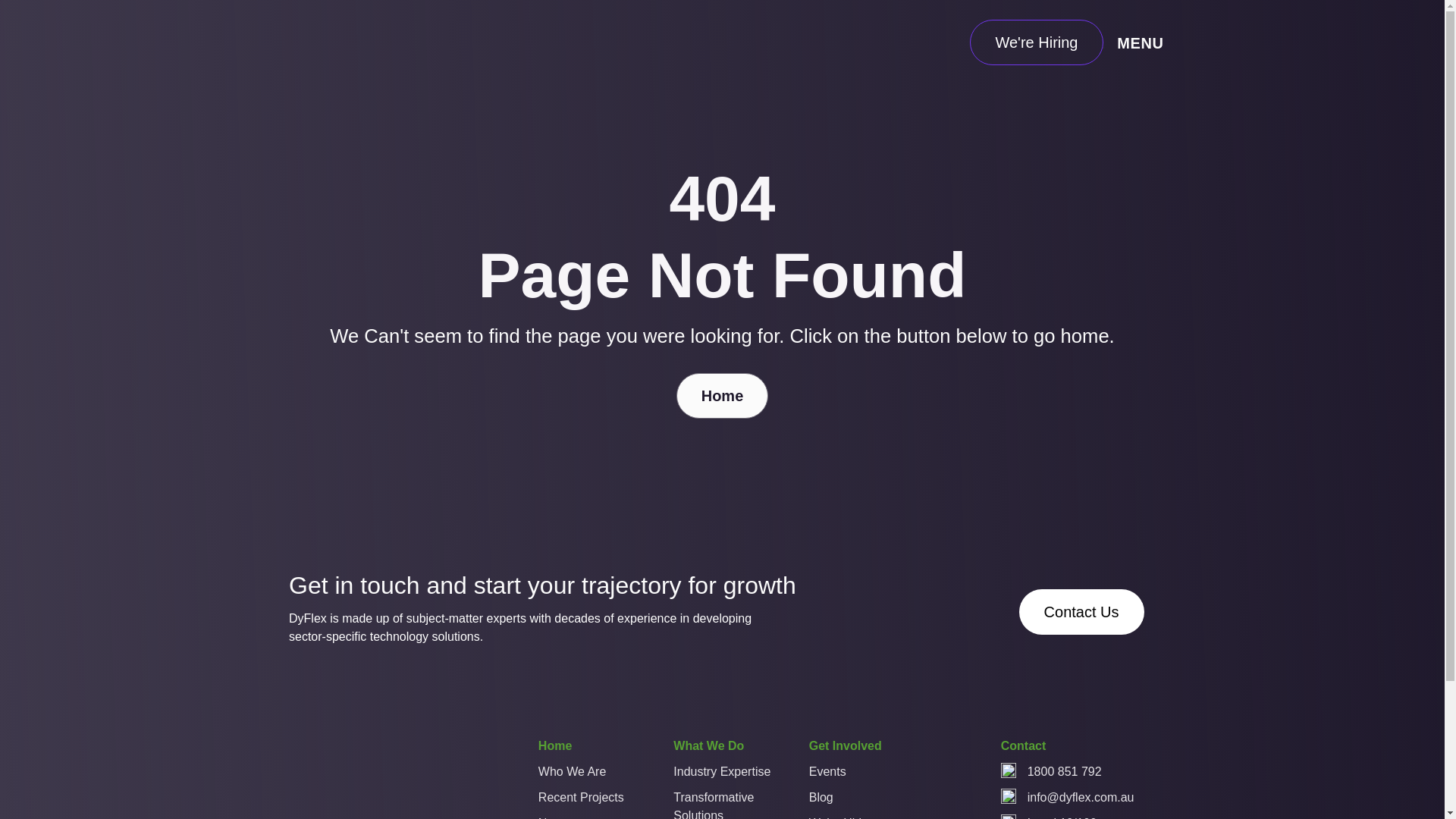 Image resolution: width=1456 pixels, height=819 pixels. What do you see at coordinates (1063, 772) in the screenshot?
I see `'1800 851 792'` at bounding box center [1063, 772].